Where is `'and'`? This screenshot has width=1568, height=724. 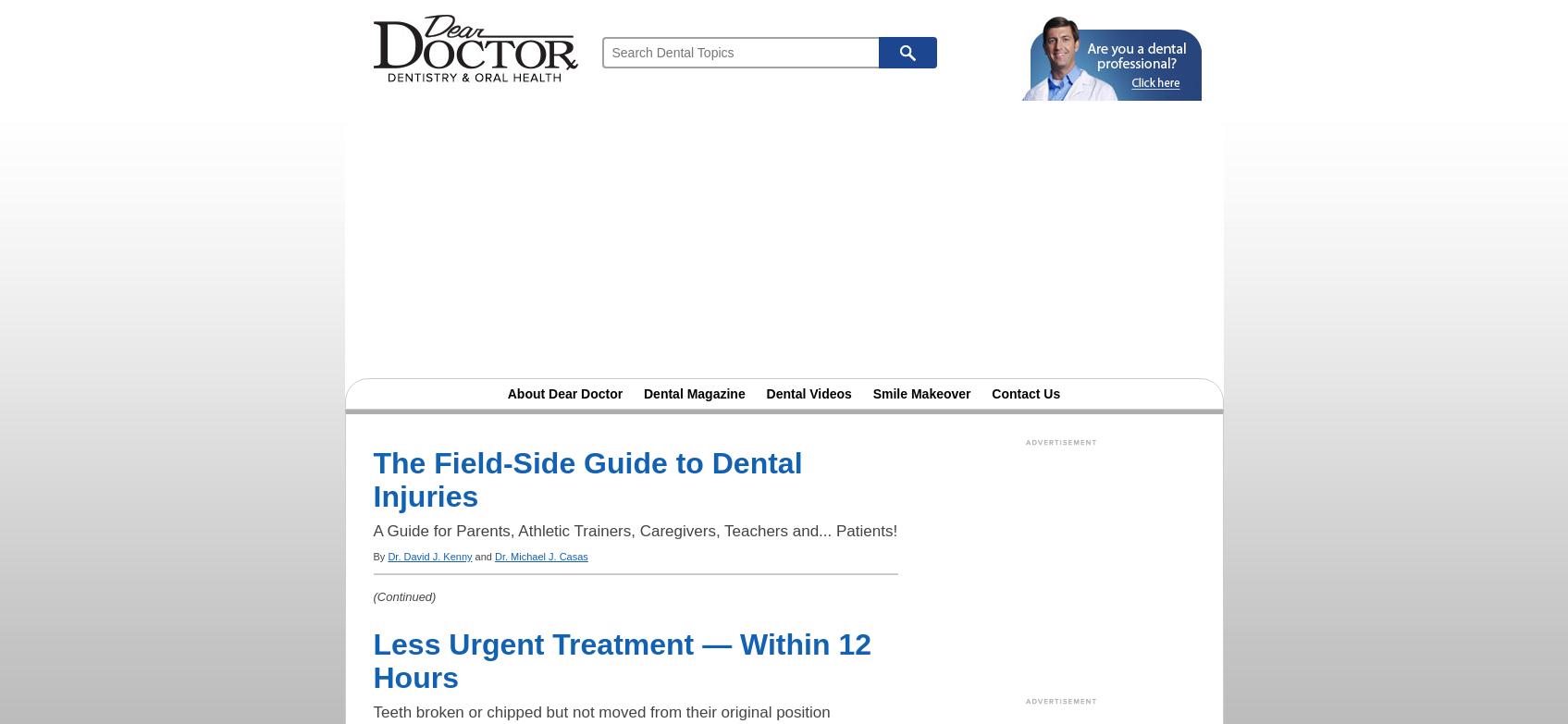
'and' is located at coordinates (471, 555).